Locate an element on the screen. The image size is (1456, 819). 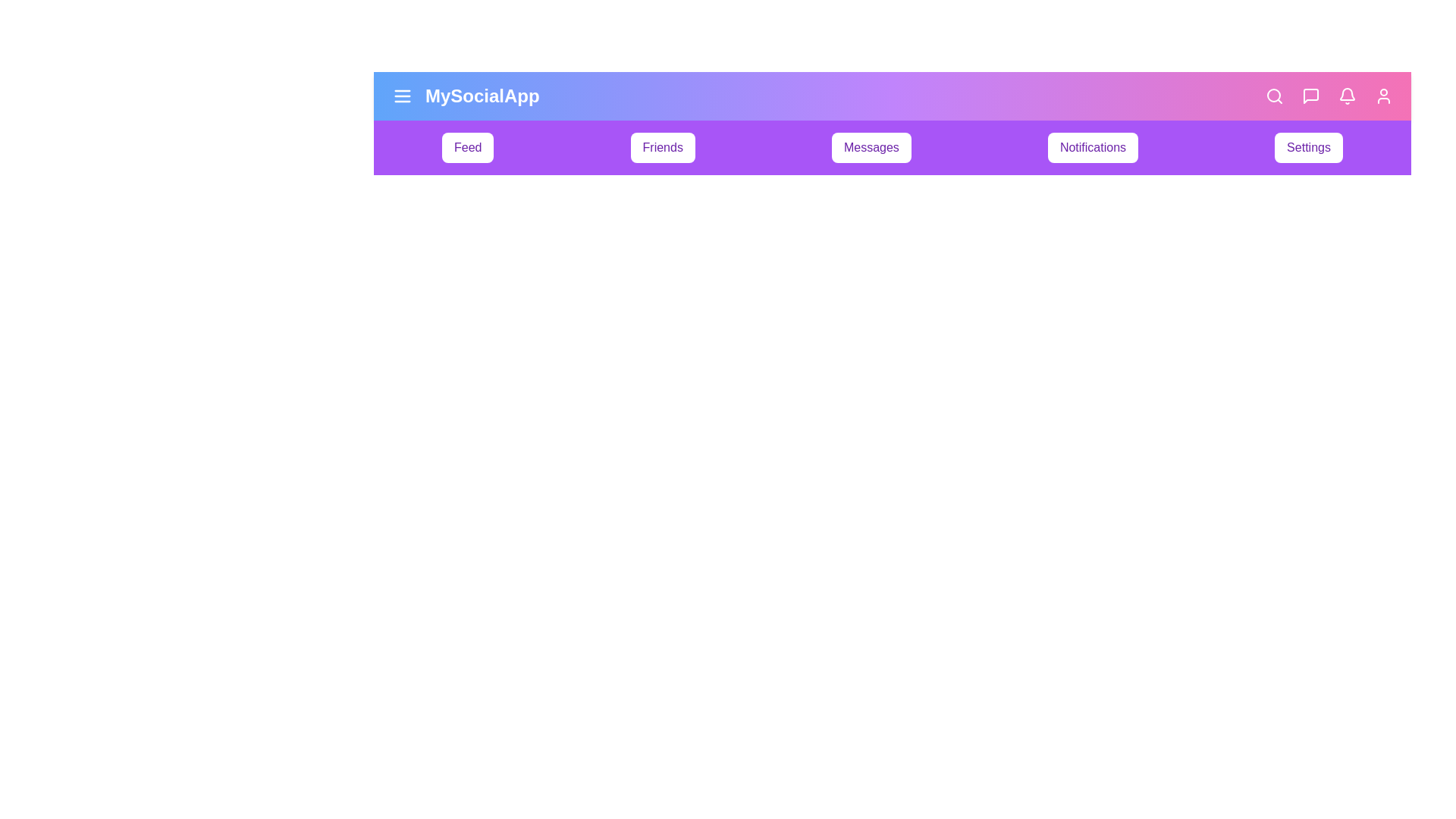
the menu item Messages to observe its hover effect is located at coordinates (871, 148).